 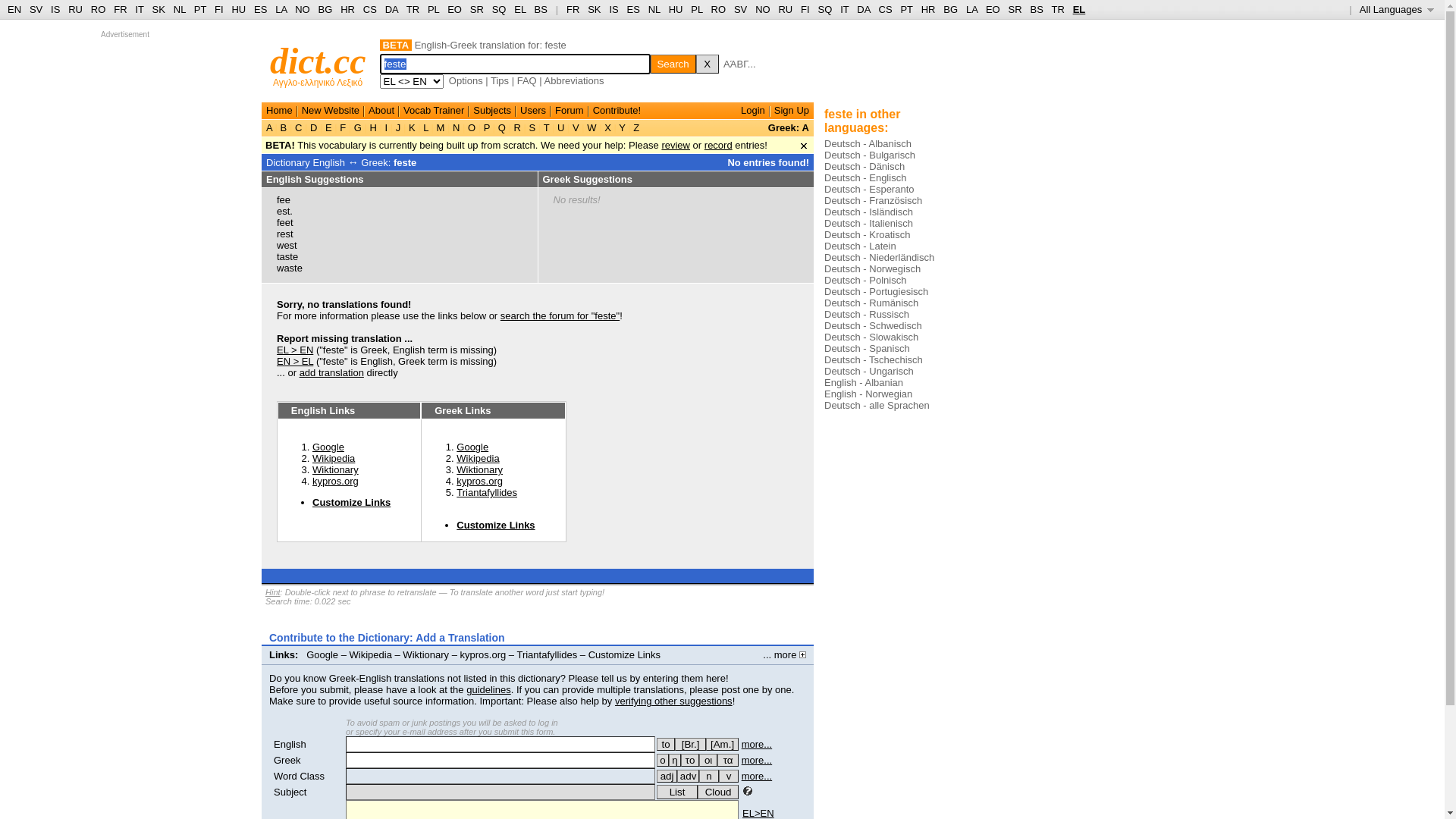 I want to click on 'HU', so click(x=675, y=9).